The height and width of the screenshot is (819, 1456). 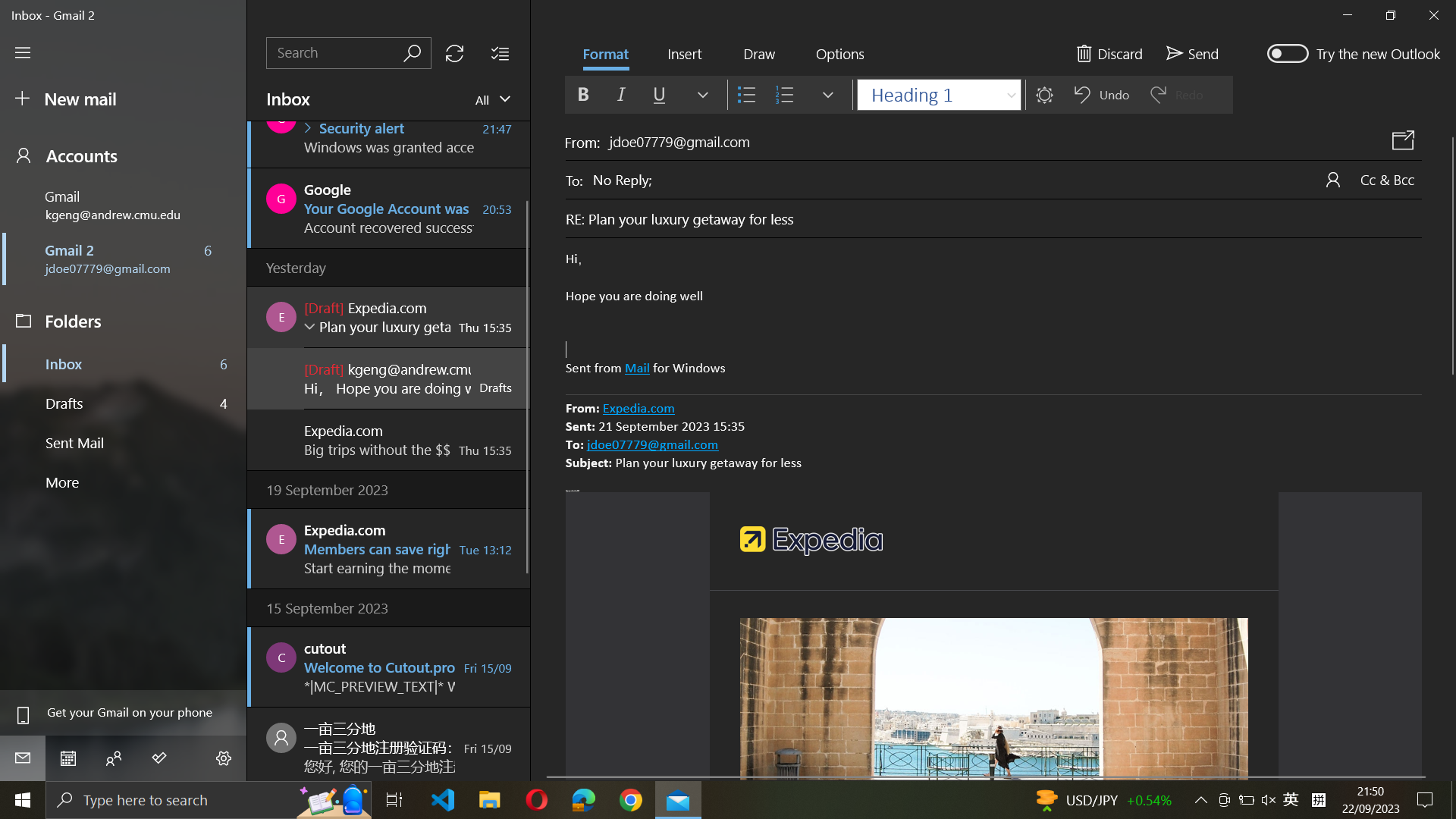 What do you see at coordinates (993, 314) in the screenshot?
I see `Perform an undo operation in the last modified mail body` at bounding box center [993, 314].